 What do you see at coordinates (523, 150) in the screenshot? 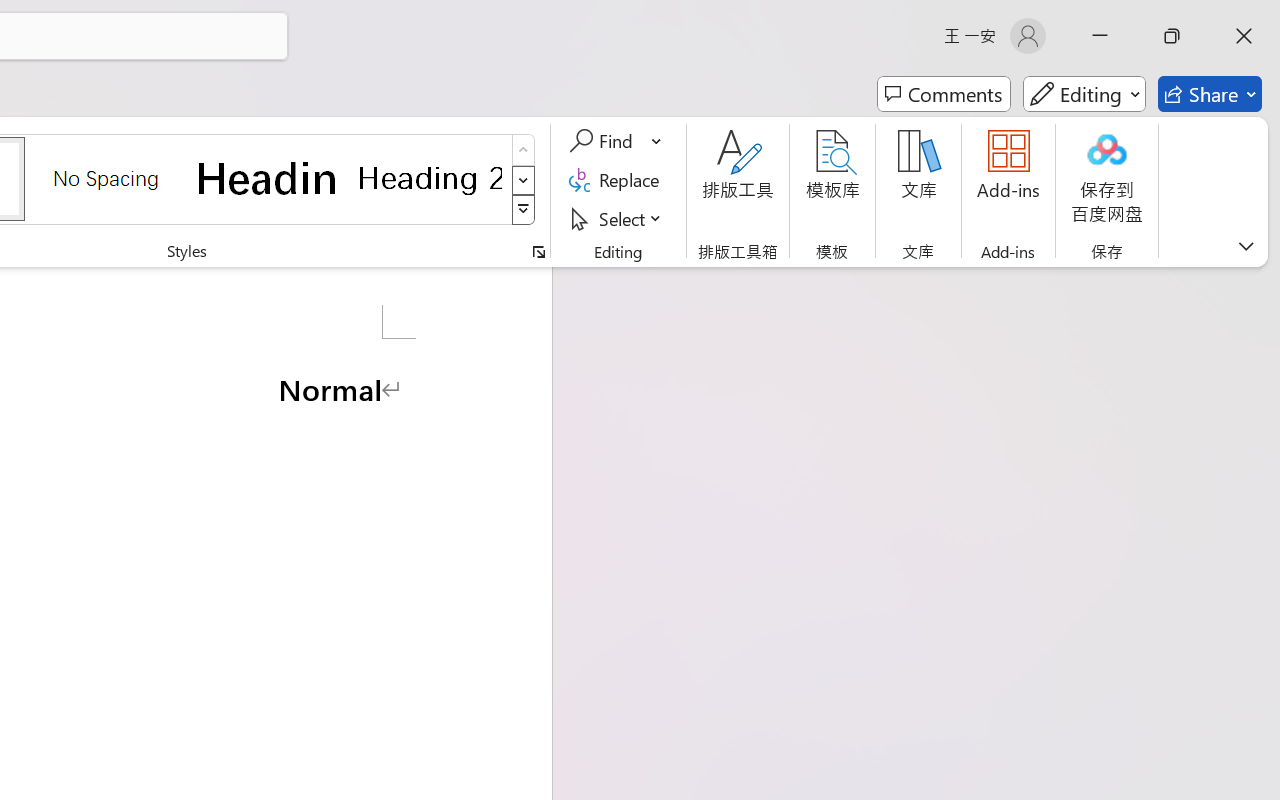
I see `'Row up'` at bounding box center [523, 150].